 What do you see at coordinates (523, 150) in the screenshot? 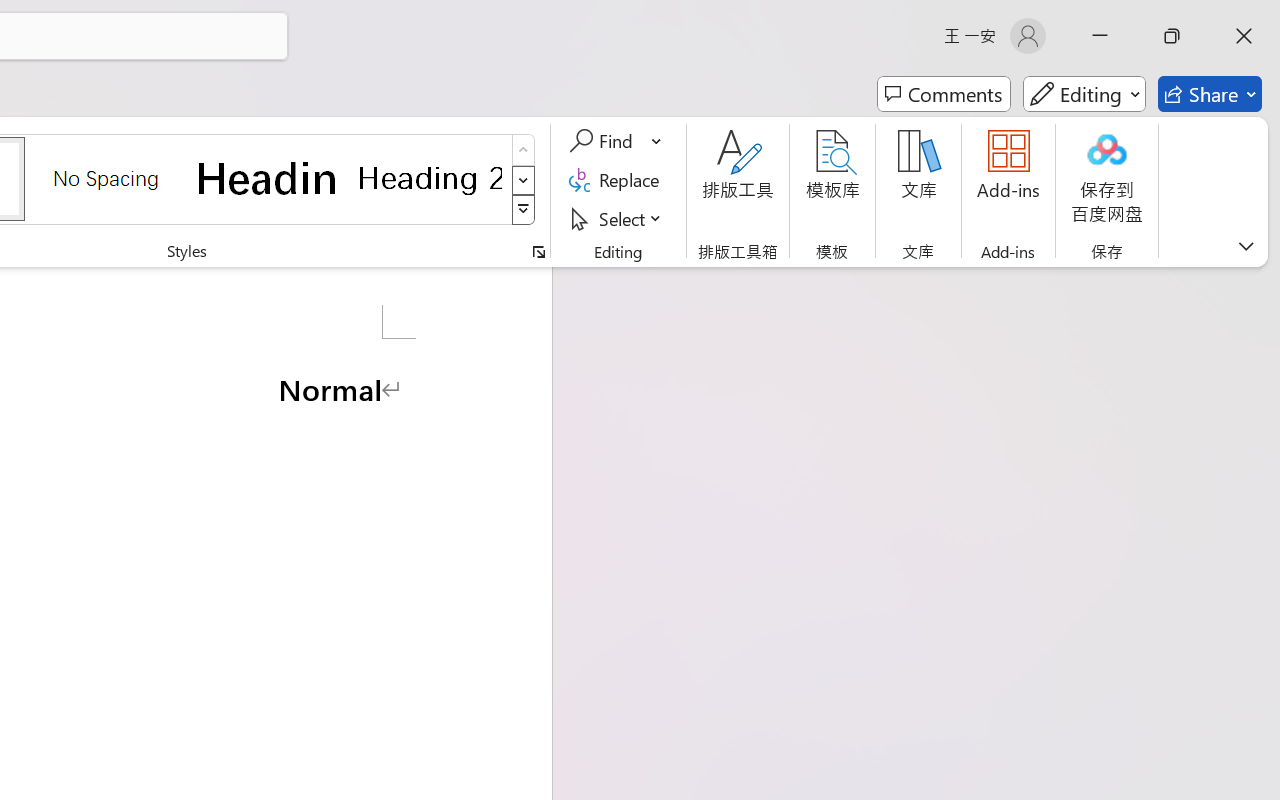
I see `'Row up'` at bounding box center [523, 150].